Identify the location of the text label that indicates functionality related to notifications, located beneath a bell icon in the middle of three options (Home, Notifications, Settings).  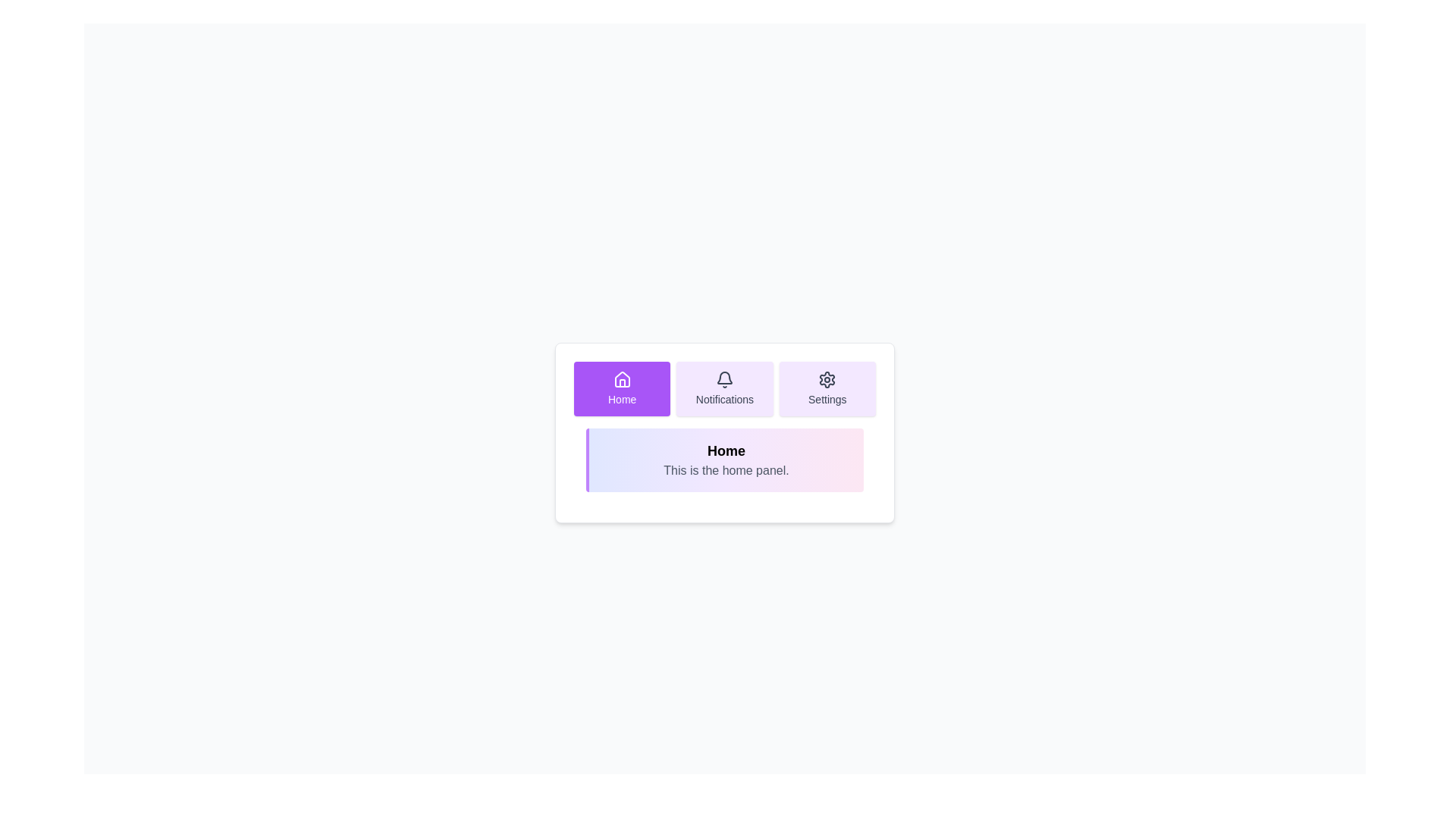
(723, 399).